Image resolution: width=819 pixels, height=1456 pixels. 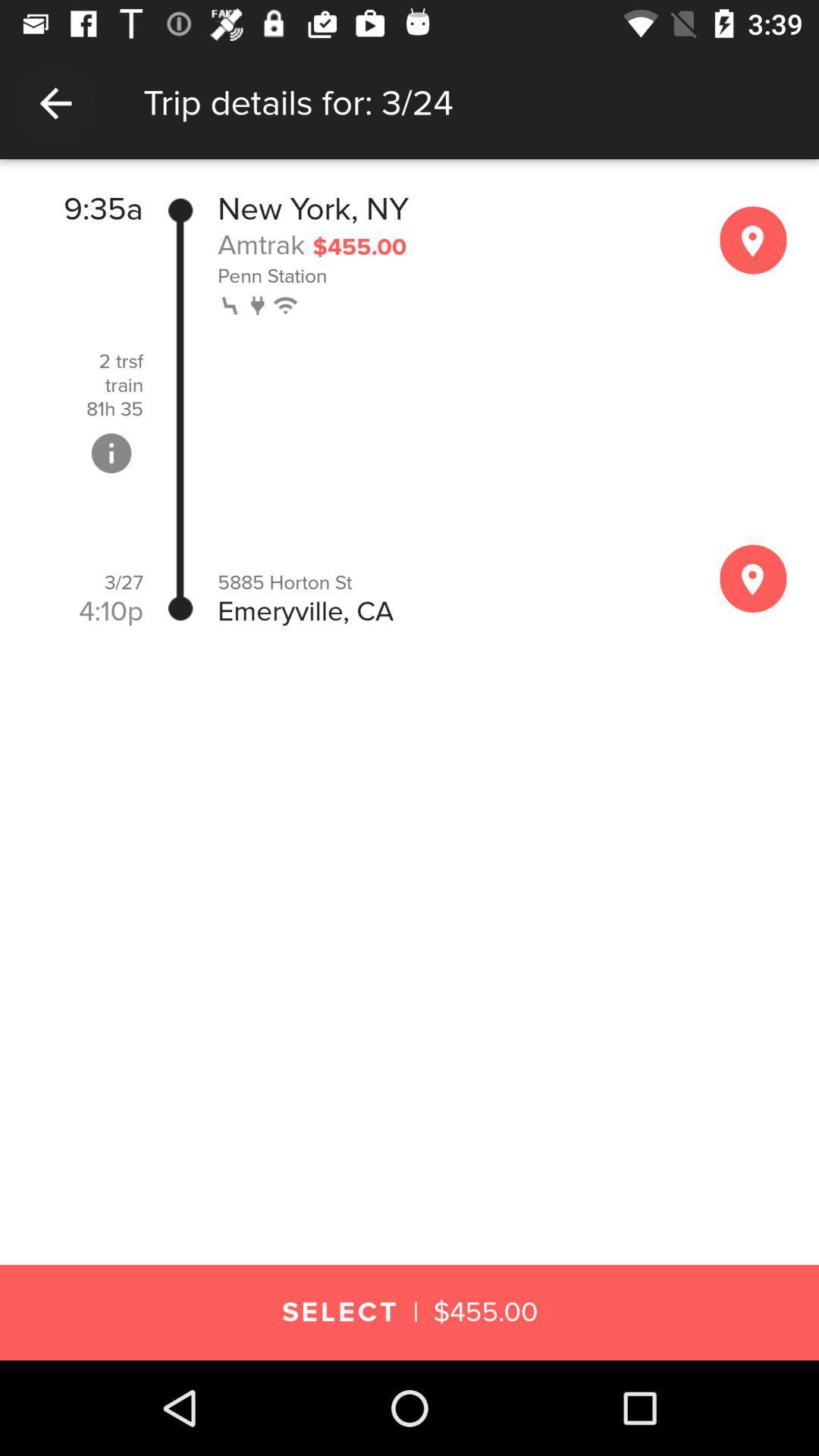 What do you see at coordinates (110, 611) in the screenshot?
I see `the 4:10p` at bounding box center [110, 611].